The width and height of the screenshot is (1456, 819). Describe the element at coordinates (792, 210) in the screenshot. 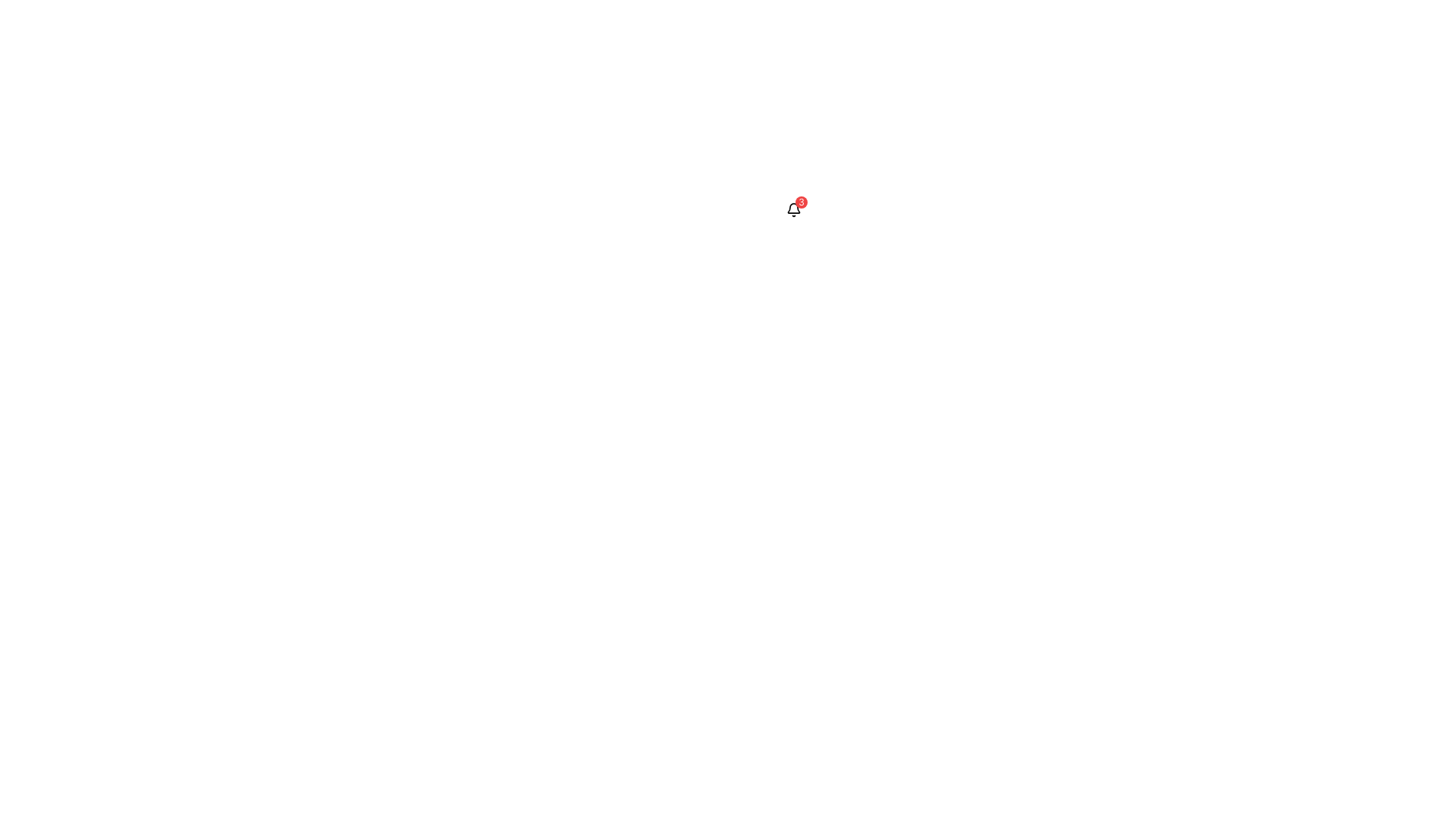

I see `the notifications by clicking on the Notification badge located at the top-right corner of the bell icon, which indicates three pending notifications` at that location.